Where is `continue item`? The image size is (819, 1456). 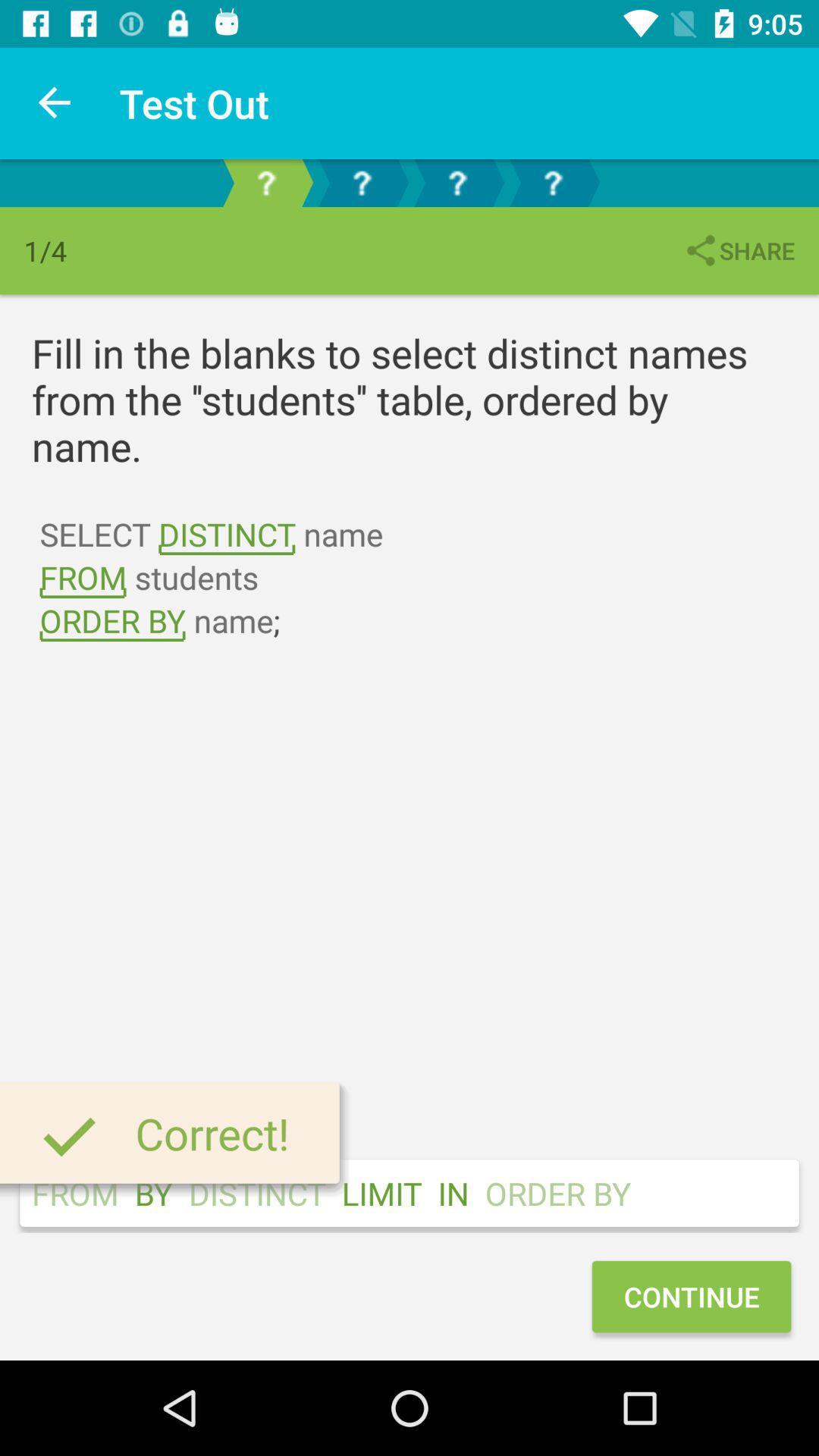 continue item is located at coordinates (691, 1295).